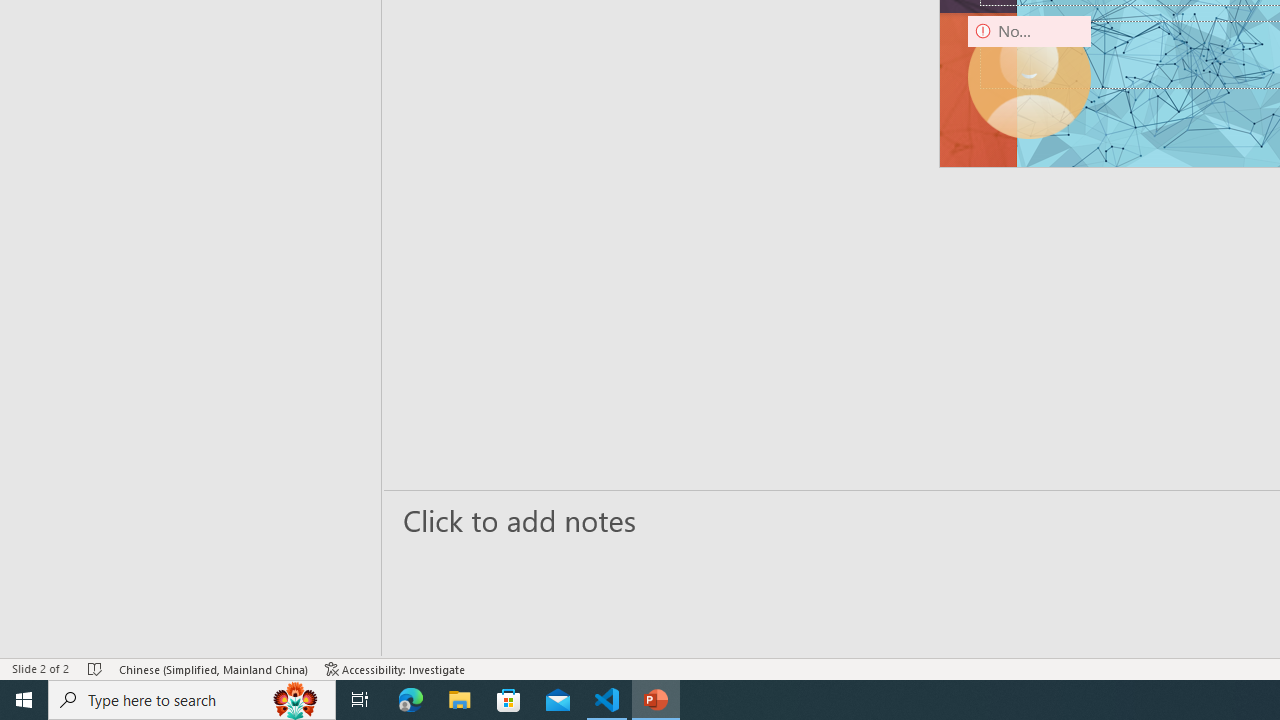 Image resolution: width=1280 pixels, height=720 pixels. I want to click on 'Spell Check No Errors', so click(95, 669).